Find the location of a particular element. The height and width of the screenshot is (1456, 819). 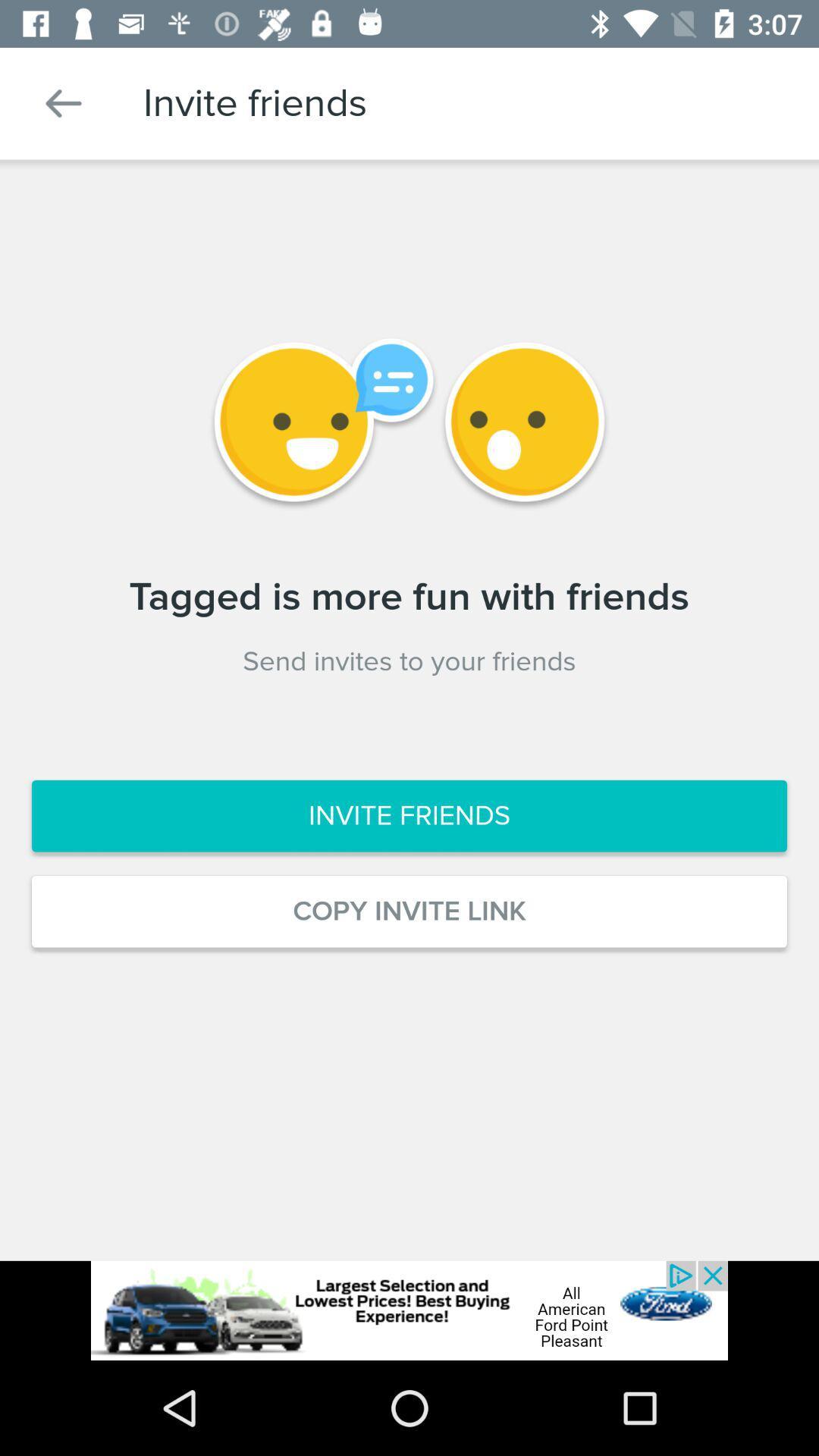

click on advertisement is located at coordinates (409, 1310).